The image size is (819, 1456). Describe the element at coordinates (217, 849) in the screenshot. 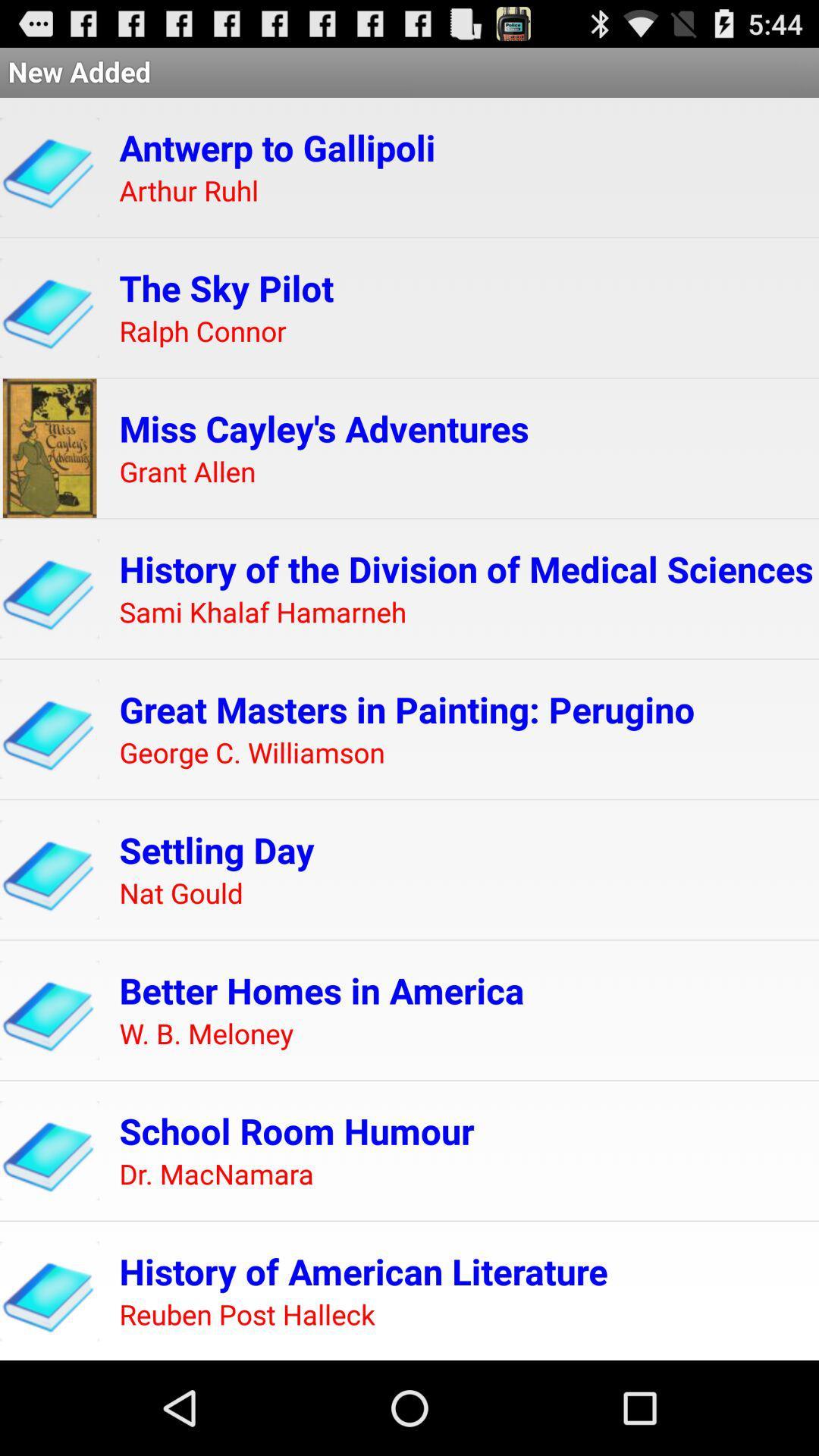

I see `icon above the nat gould item` at that location.